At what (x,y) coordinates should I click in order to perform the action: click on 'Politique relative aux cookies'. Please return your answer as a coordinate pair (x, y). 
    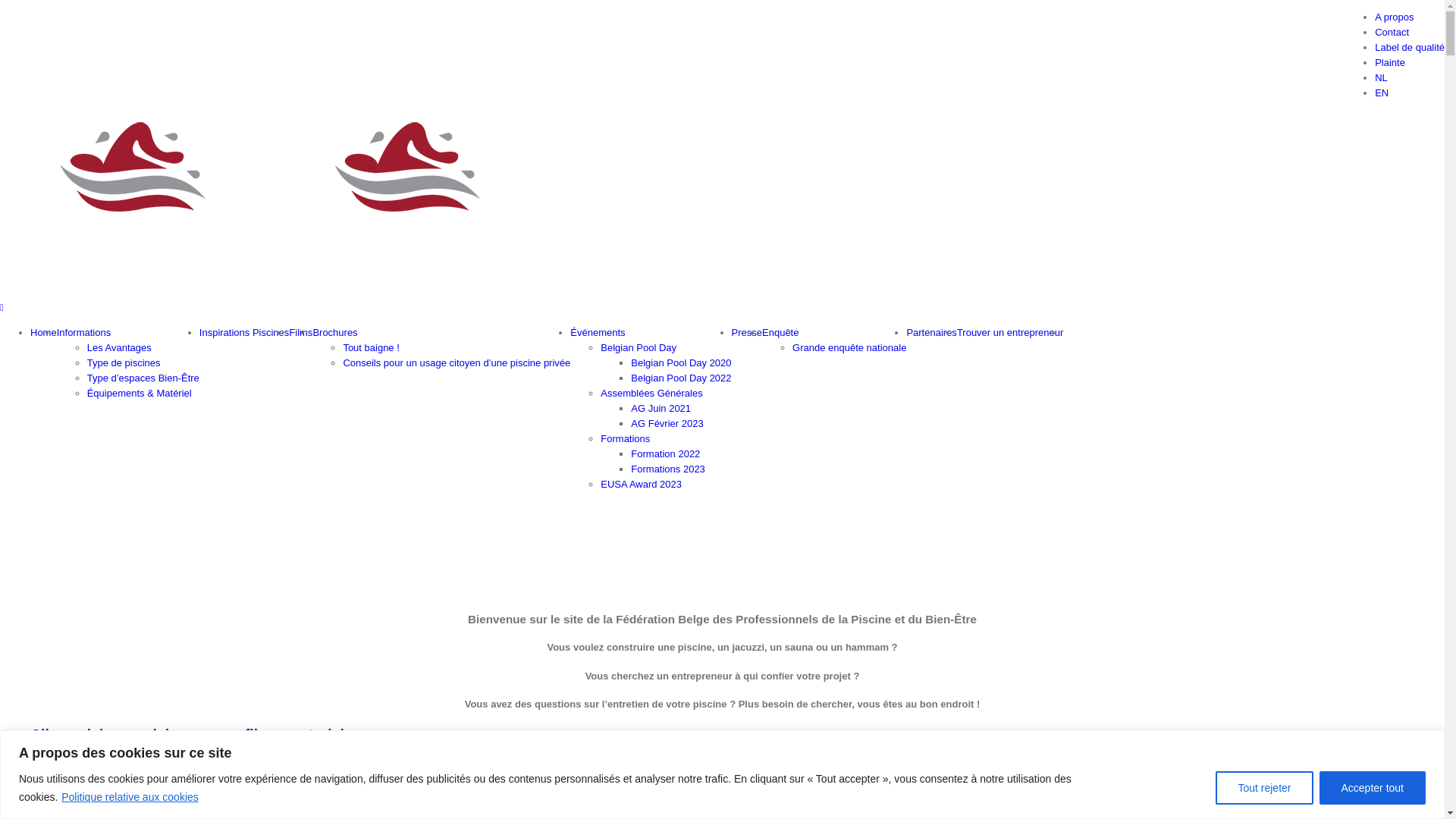
    Looking at the image, I should click on (130, 795).